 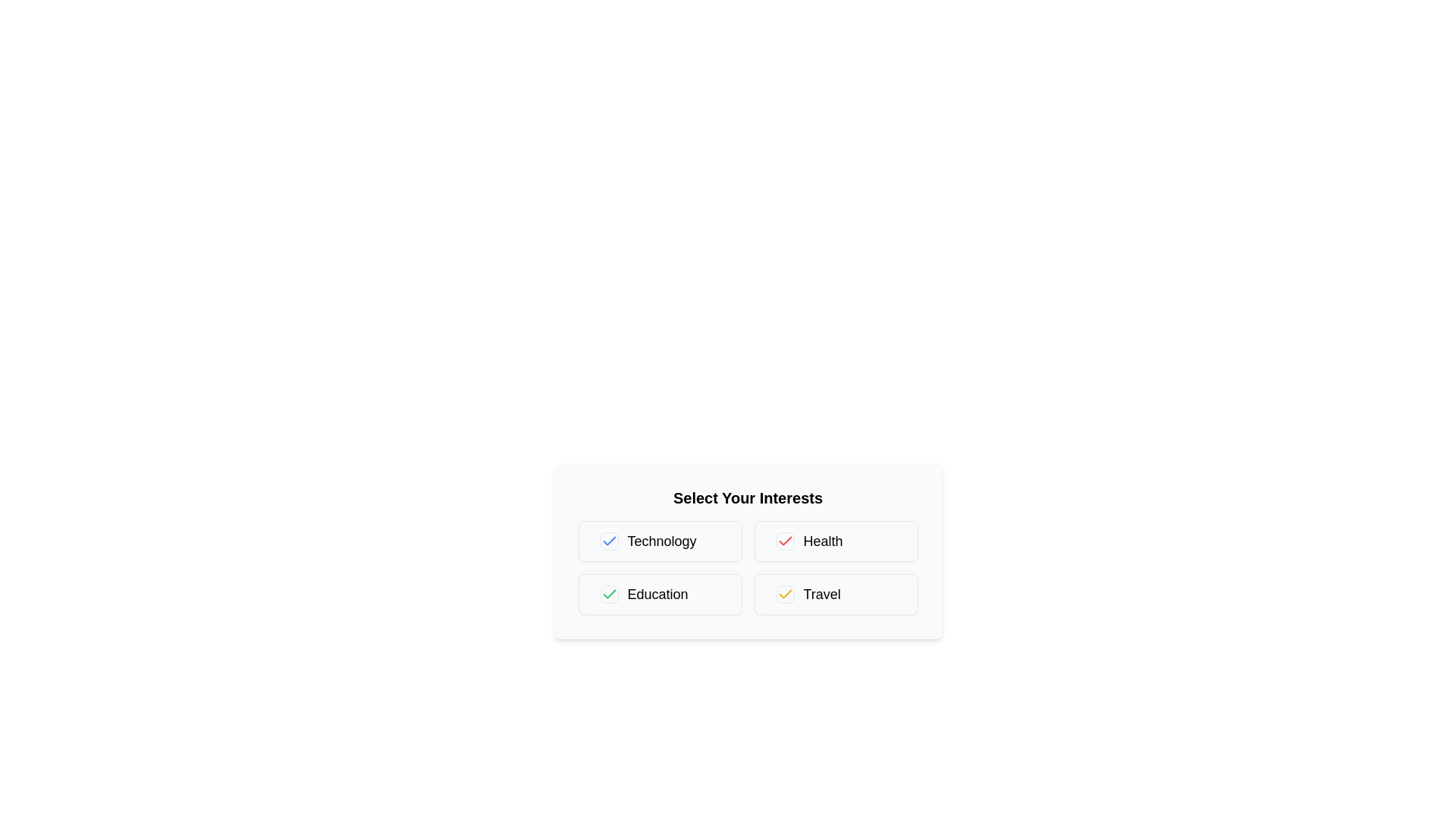 What do you see at coordinates (785, 593) in the screenshot?
I see `the checkbox for 'Travel' to toggle its selection state` at bounding box center [785, 593].